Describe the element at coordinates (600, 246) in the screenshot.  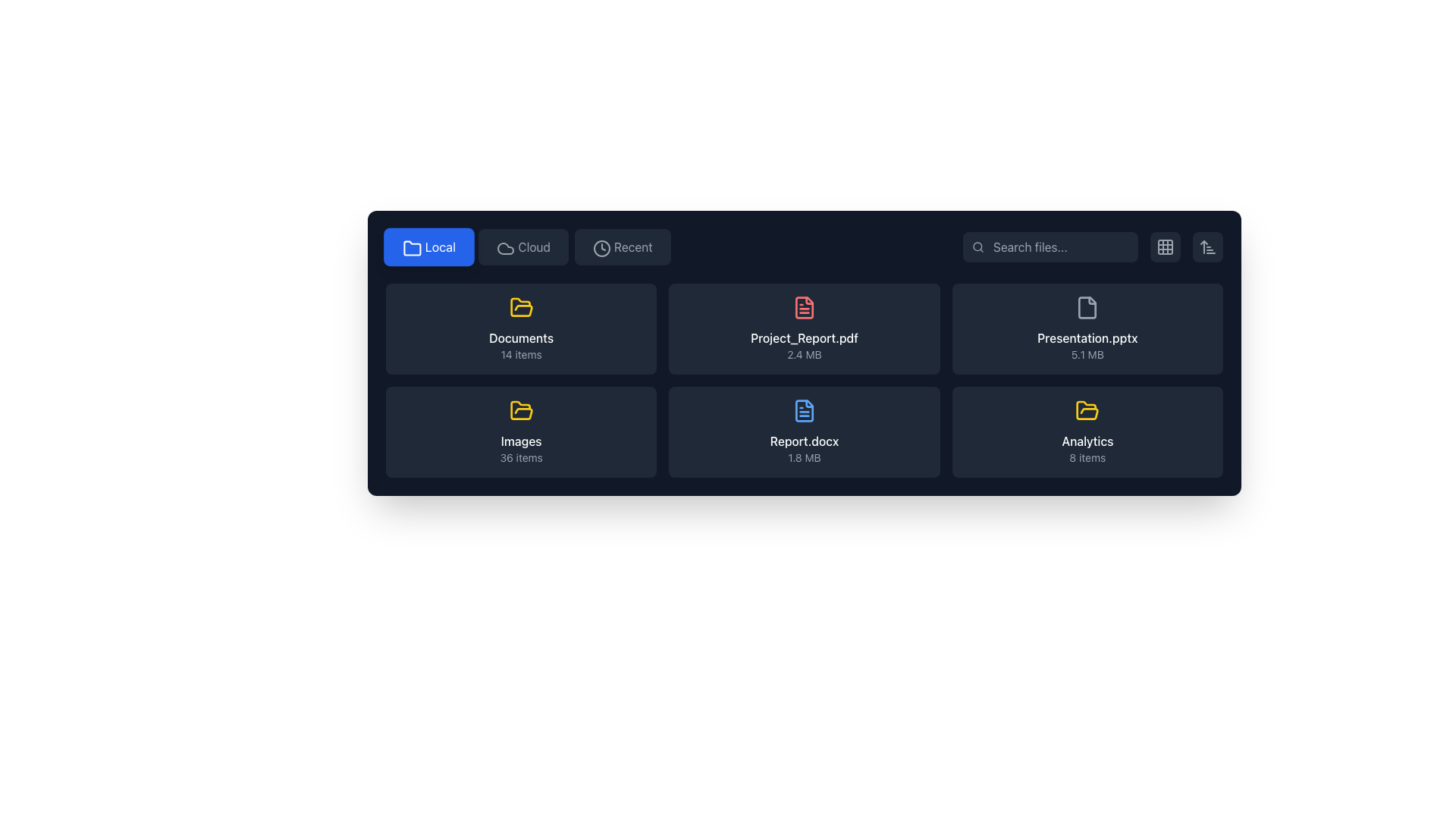
I see `the 'Recent' button, which contains a circular clock icon with a grey outline and a clock hand, located in the top navigation bar` at that location.